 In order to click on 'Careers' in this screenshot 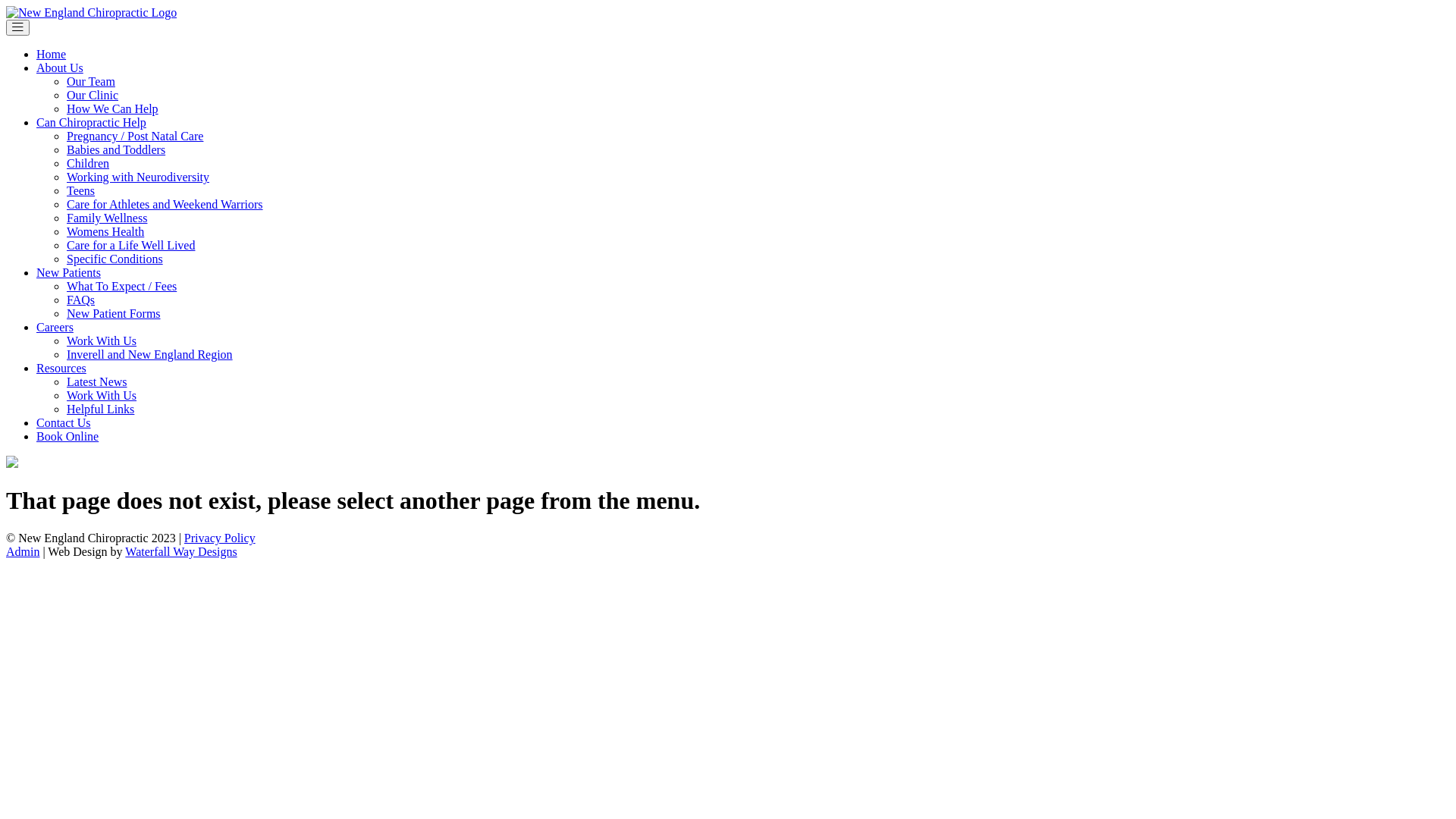, I will do `click(55, 326)`.